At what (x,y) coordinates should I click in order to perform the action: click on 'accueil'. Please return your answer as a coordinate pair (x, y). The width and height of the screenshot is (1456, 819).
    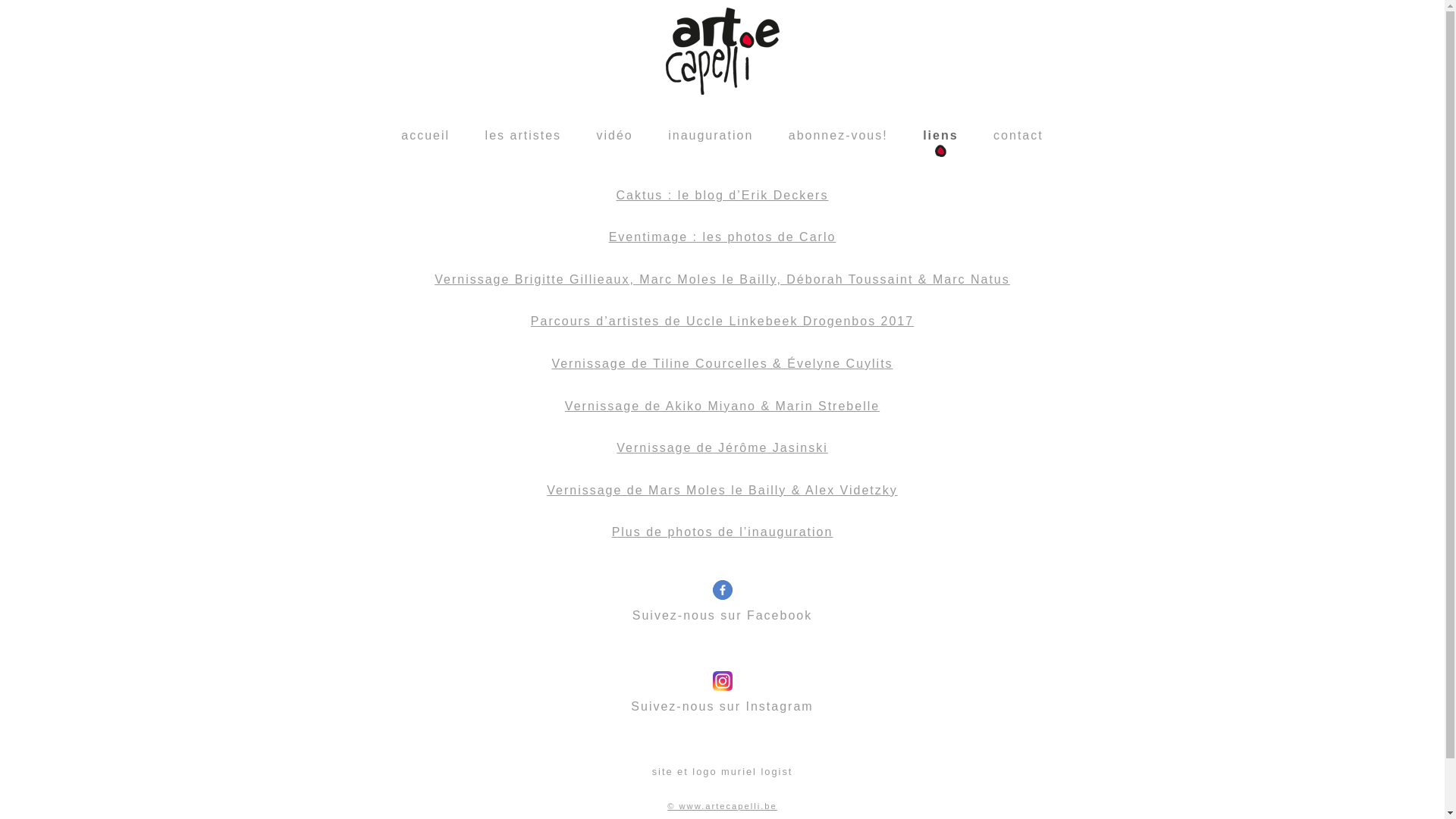
    Looking at the image, I should click on (425, 134).